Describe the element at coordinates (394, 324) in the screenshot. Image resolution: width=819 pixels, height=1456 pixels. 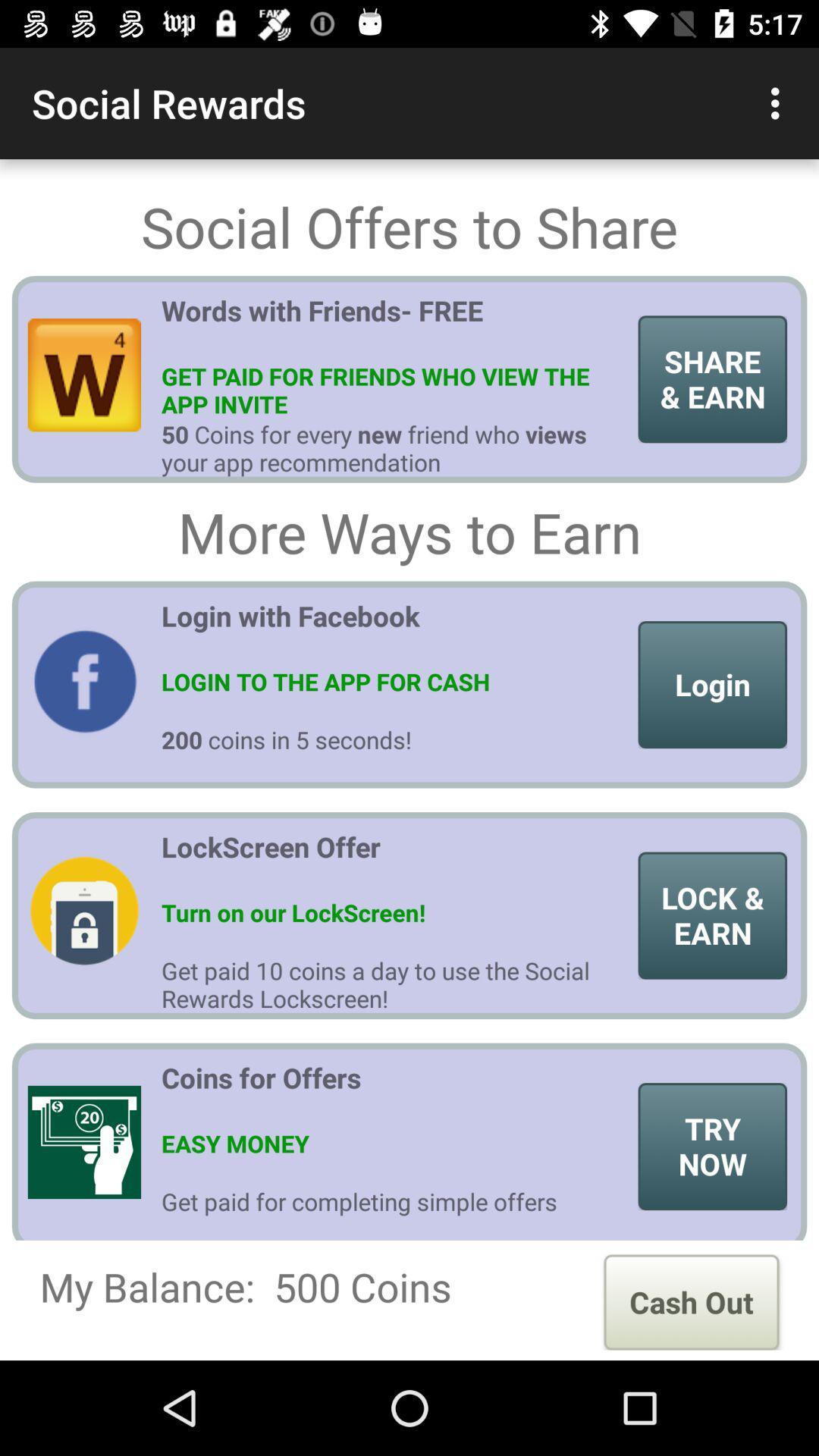
I see `words with friends item` at that location.